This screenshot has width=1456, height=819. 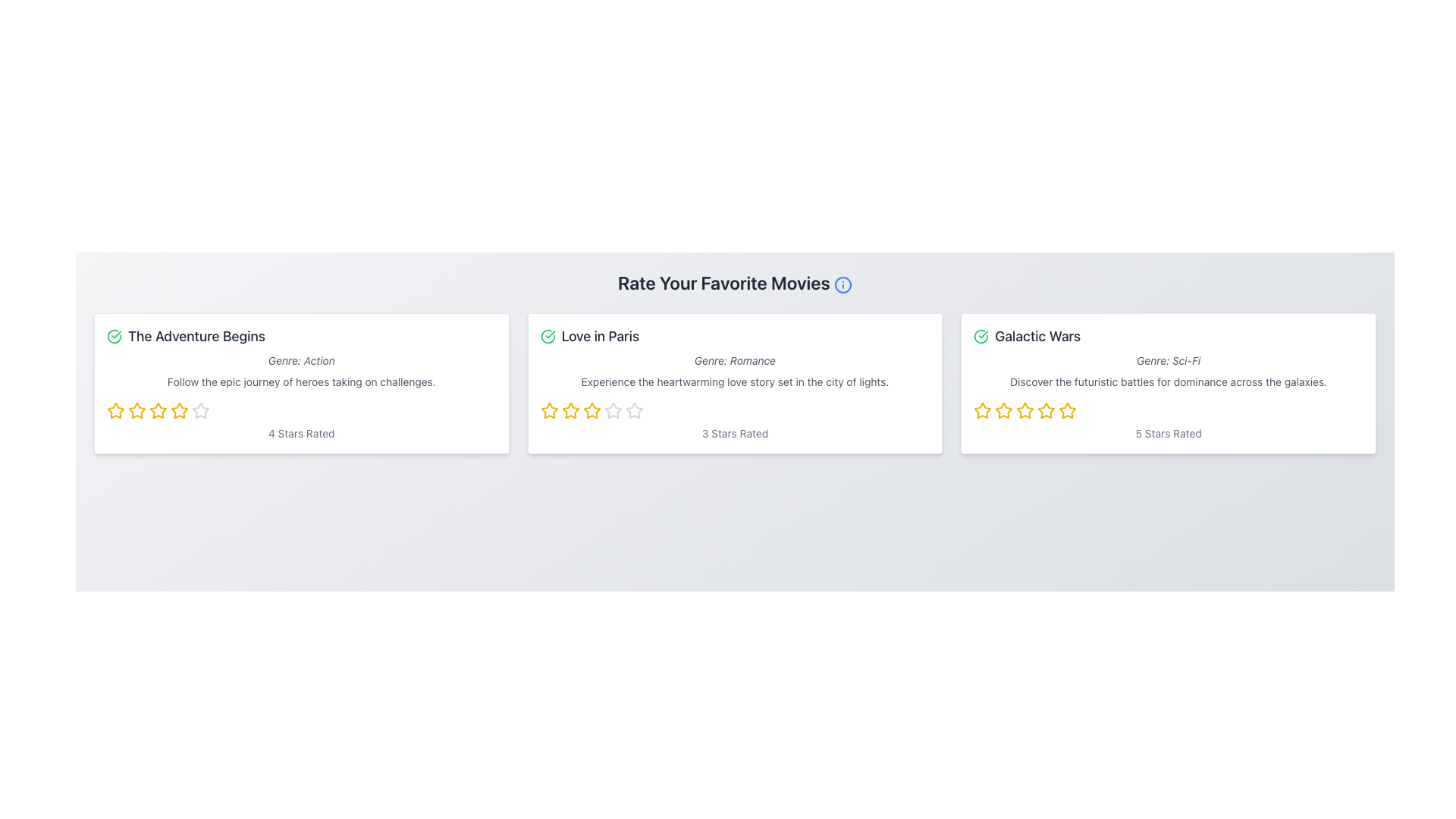 What do you see at coordinates (1168, 381) in the screenshot?
I see `the static text element that provides the description "Discover the futuristic battles for dominance across the galaxies" located underneath the genre of the movie "Galactic Wars."` at bounding box center [1168, 381].